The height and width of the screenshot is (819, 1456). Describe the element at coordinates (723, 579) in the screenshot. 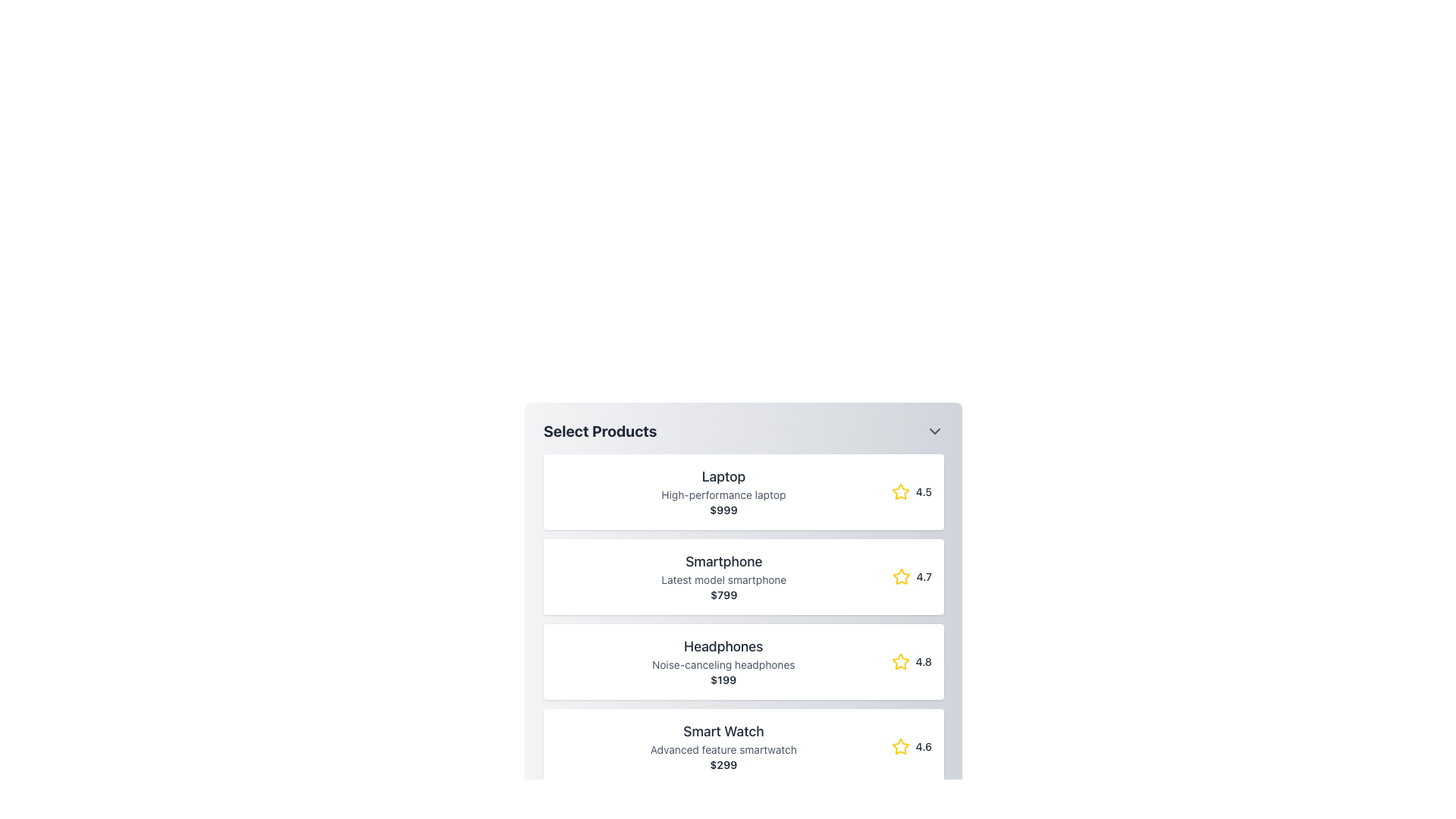

I see `the text label displaying 'Latest model smartphone', which is styled in a smaller light gray font and is positioned below the title 'Smartphone'` at that location.